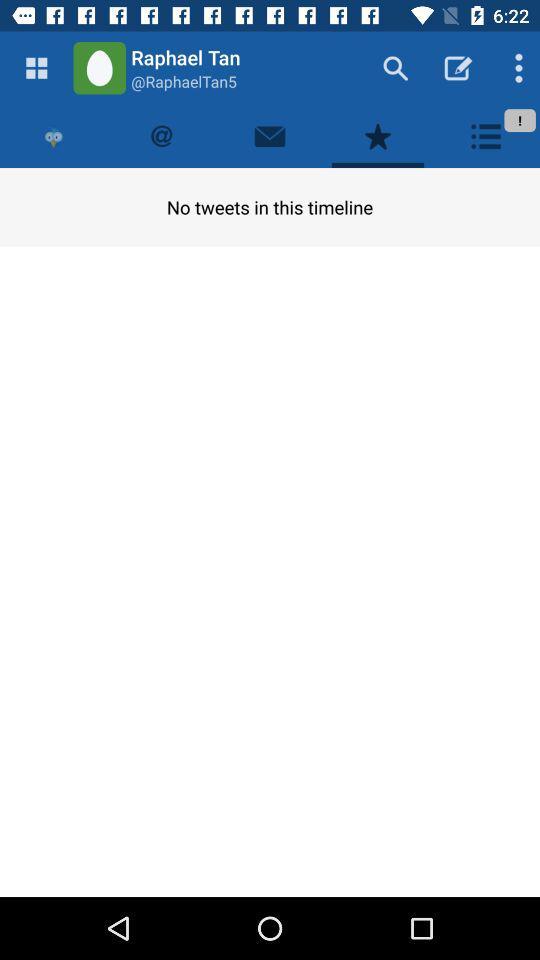 The width and height of the screenshot is (540, 960). I want to click on open messages, so click(270, 135).